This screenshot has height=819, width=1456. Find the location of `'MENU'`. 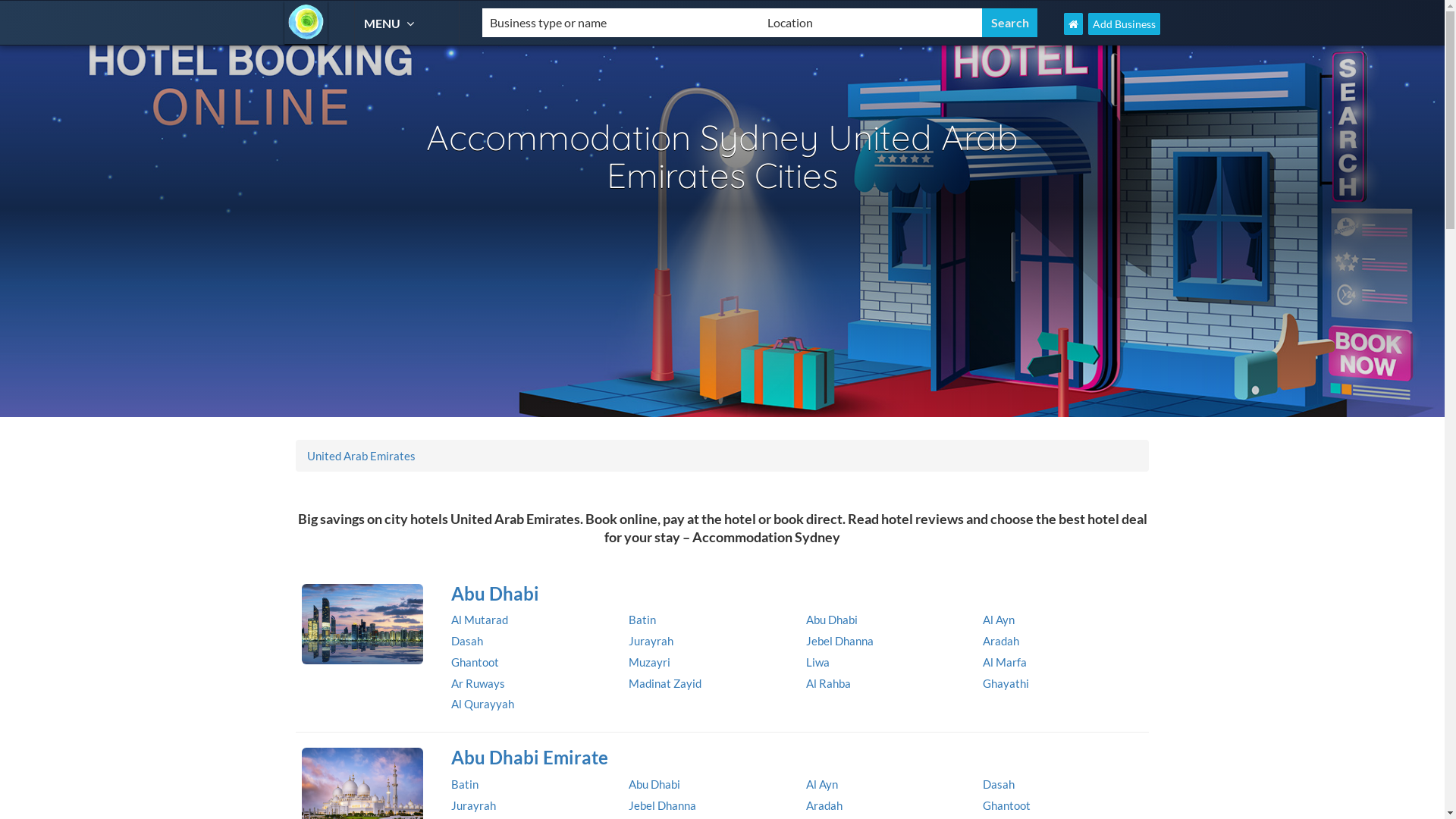

'MENU' is located at coordinates (364, 23).